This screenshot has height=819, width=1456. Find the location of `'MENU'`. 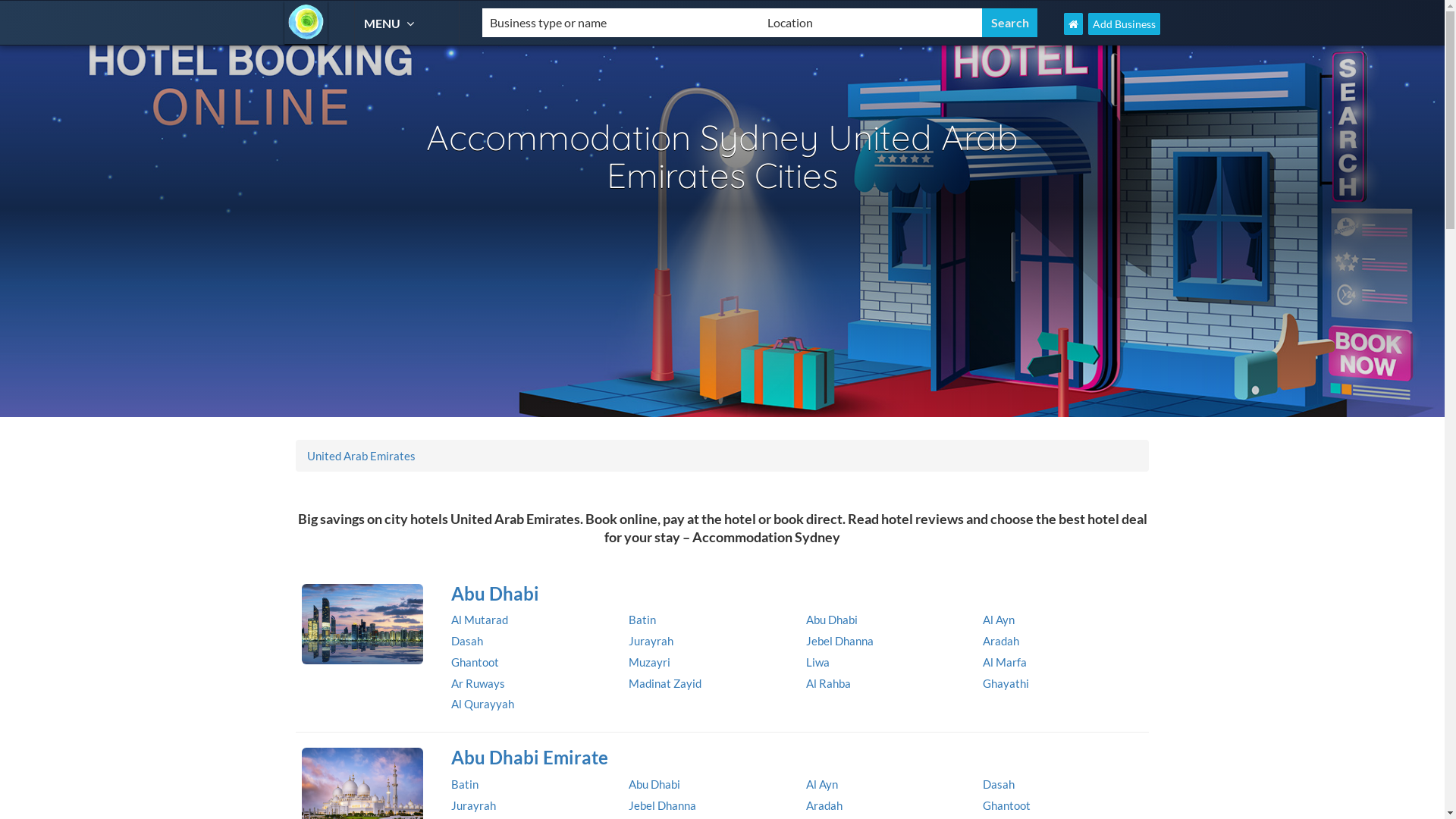

'MENU' is located at coordinates (364, 23).